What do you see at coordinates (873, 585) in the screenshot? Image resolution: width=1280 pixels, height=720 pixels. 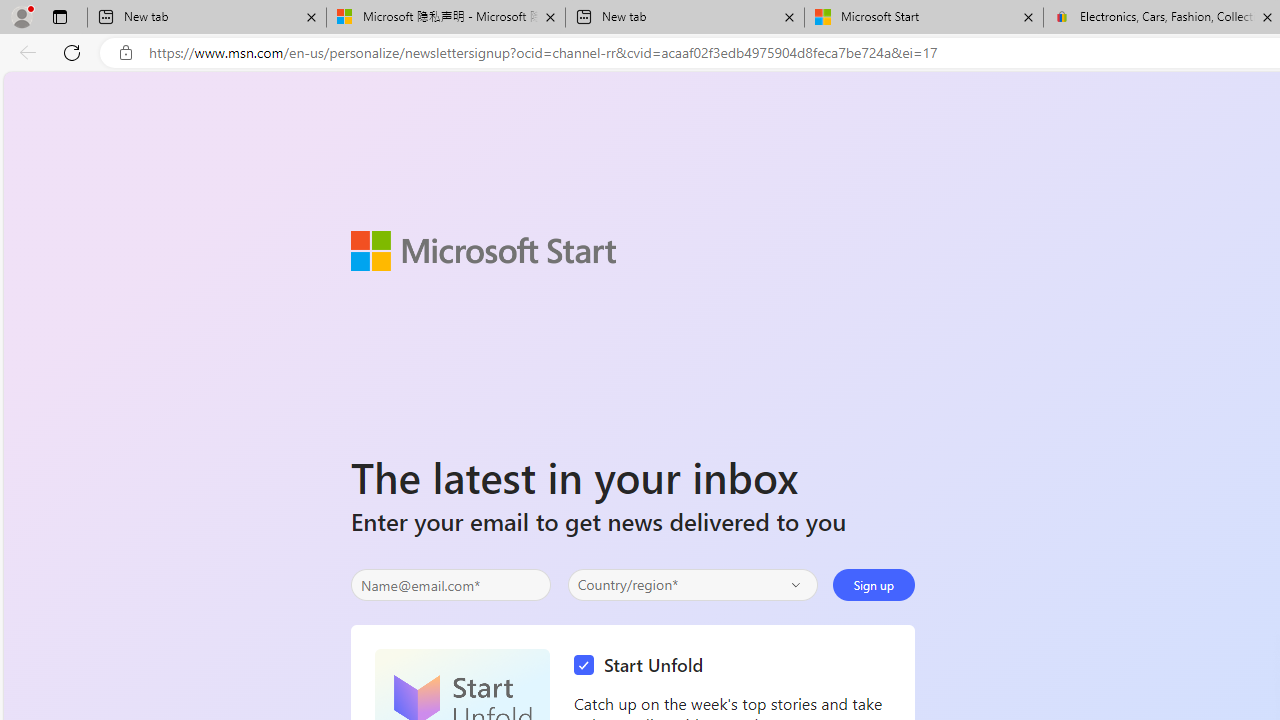 I see `'Sign up'` at bounding box center [873, 585].